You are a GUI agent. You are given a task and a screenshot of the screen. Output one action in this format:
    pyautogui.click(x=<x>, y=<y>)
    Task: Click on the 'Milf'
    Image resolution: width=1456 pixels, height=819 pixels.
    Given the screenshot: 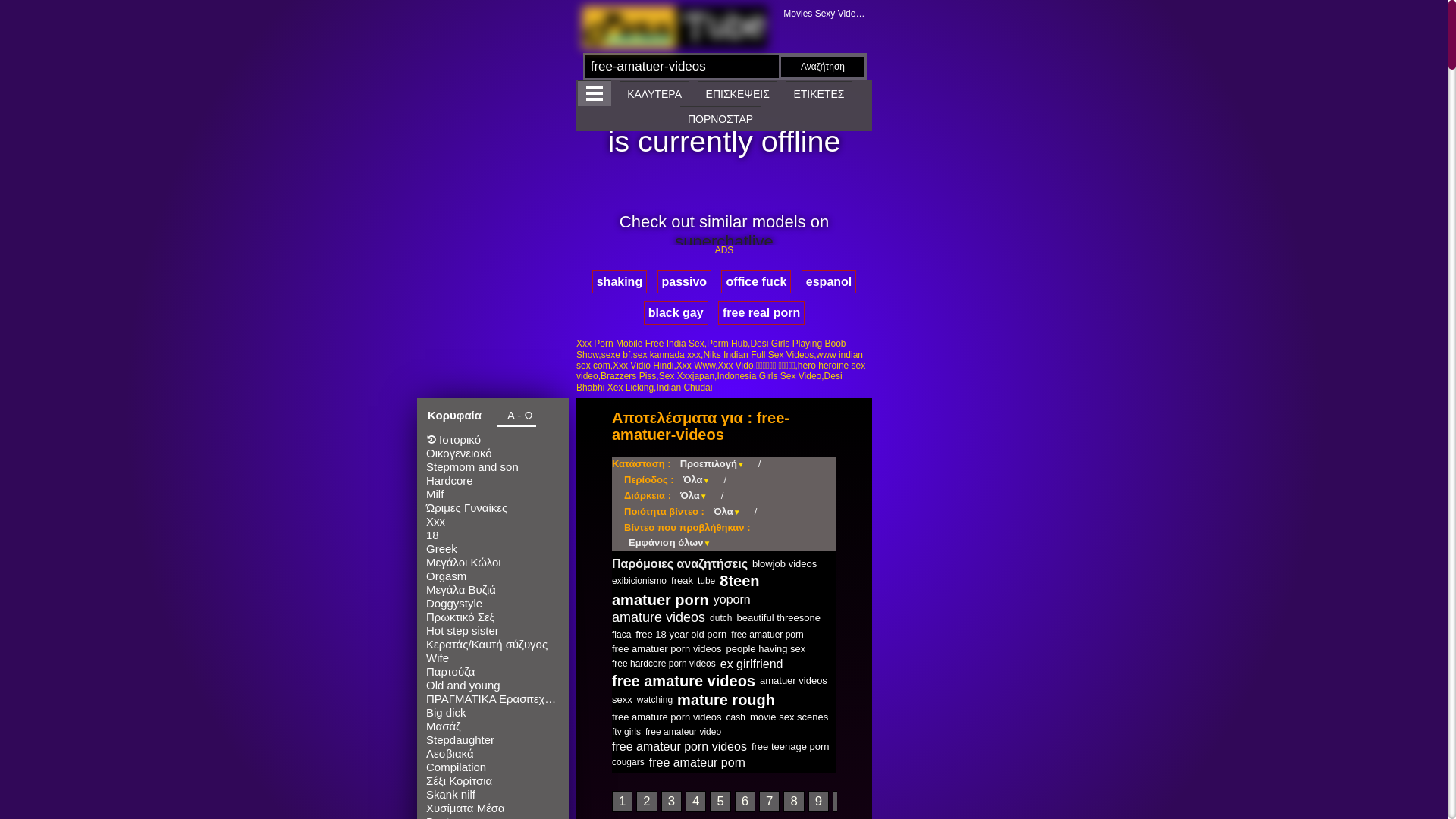 What is the action you would take?
    pyautogui.click(x=492, y=494)
    